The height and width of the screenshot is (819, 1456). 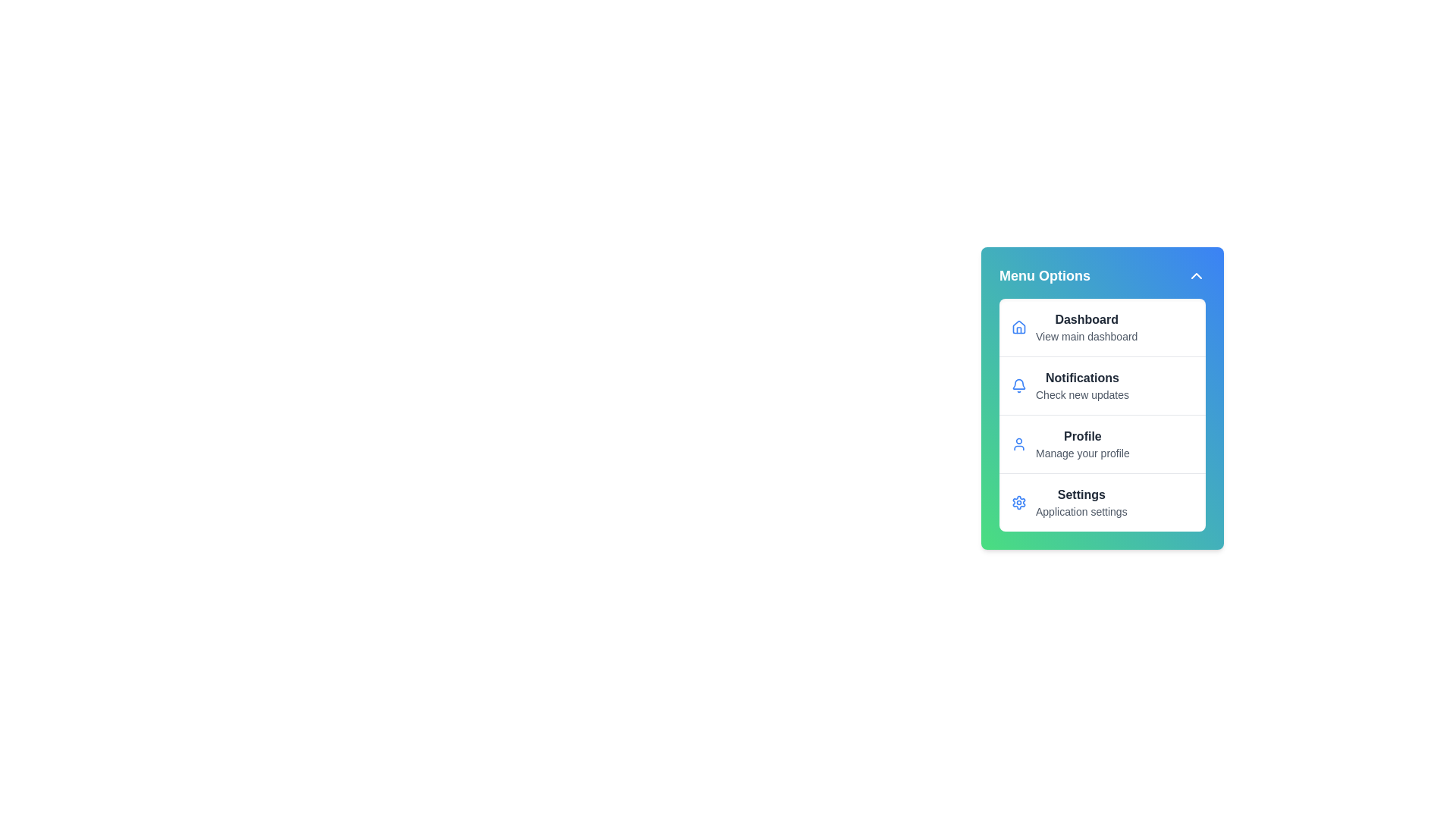 I want to click on the menu item corresponding to Dashboard, so click(x=1103, y=327).